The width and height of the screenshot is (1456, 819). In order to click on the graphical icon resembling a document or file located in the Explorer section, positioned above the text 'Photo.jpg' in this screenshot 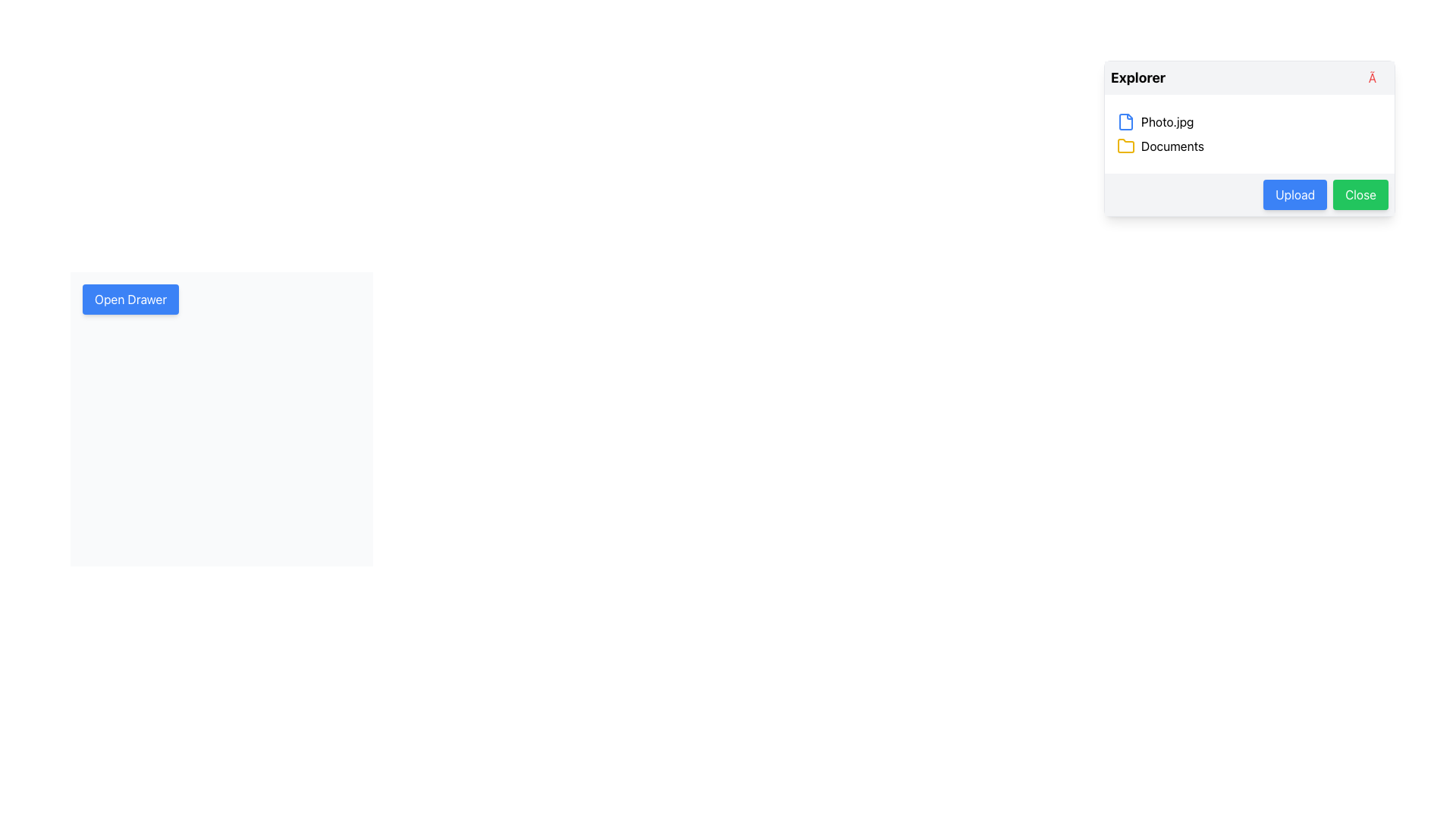, I will do `click(1125, 121)`.